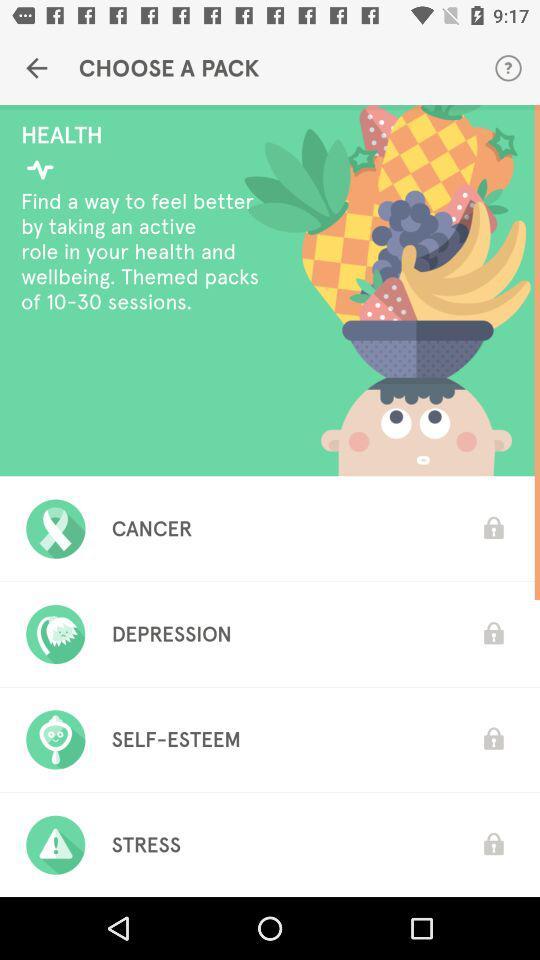  I want to click on depression, so click(171, 633).